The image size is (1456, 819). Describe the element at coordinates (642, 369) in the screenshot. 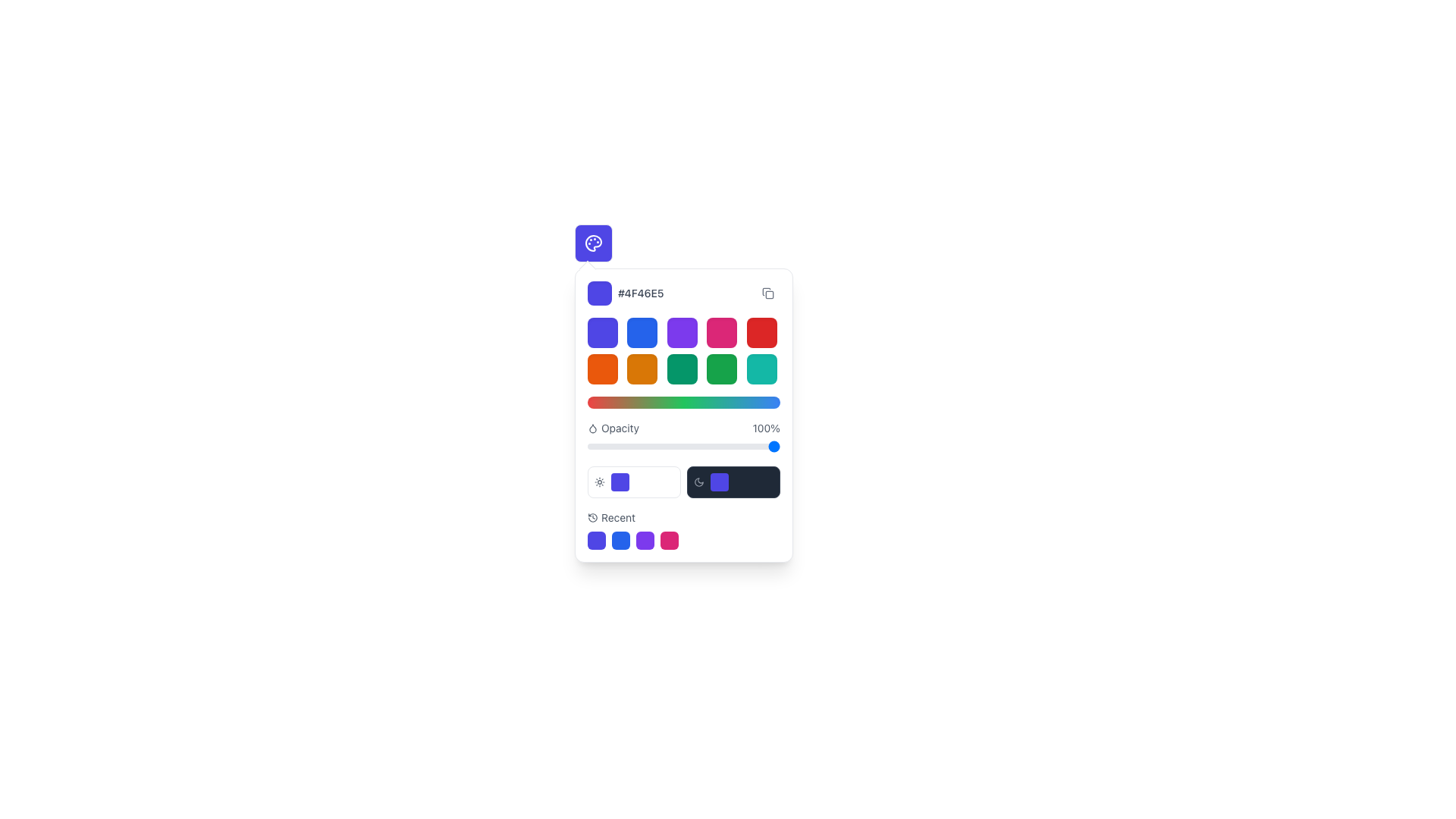

I see `the orange color selection button located in the second row and second column of a 5x2 grid layout` at that location.